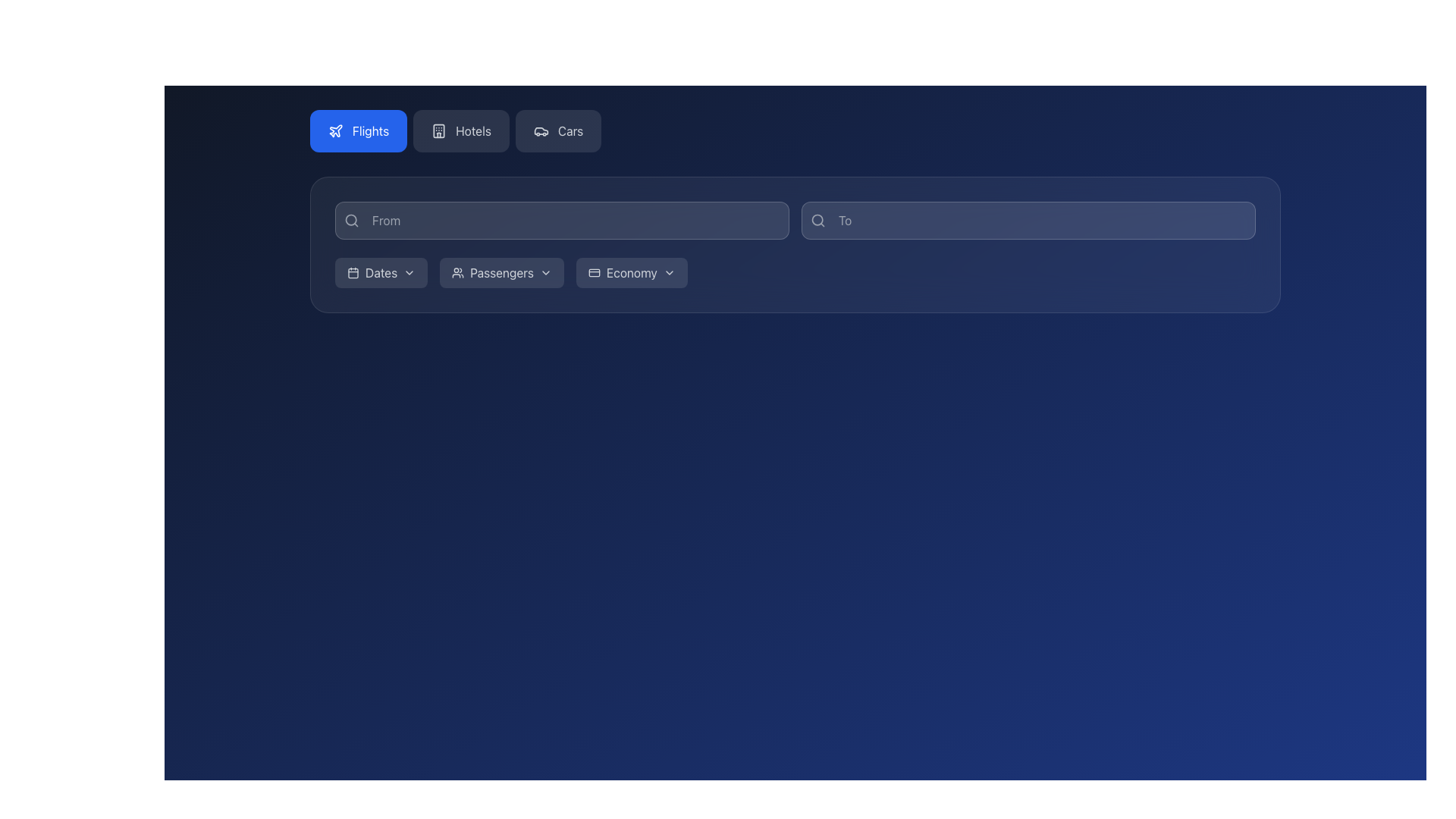  Describe the element at coordinates (593, 271) in the screenshot. I see `the SVG icon resembling a credit card, which is located within the 'Economy' button in the row of search filters` at that location.